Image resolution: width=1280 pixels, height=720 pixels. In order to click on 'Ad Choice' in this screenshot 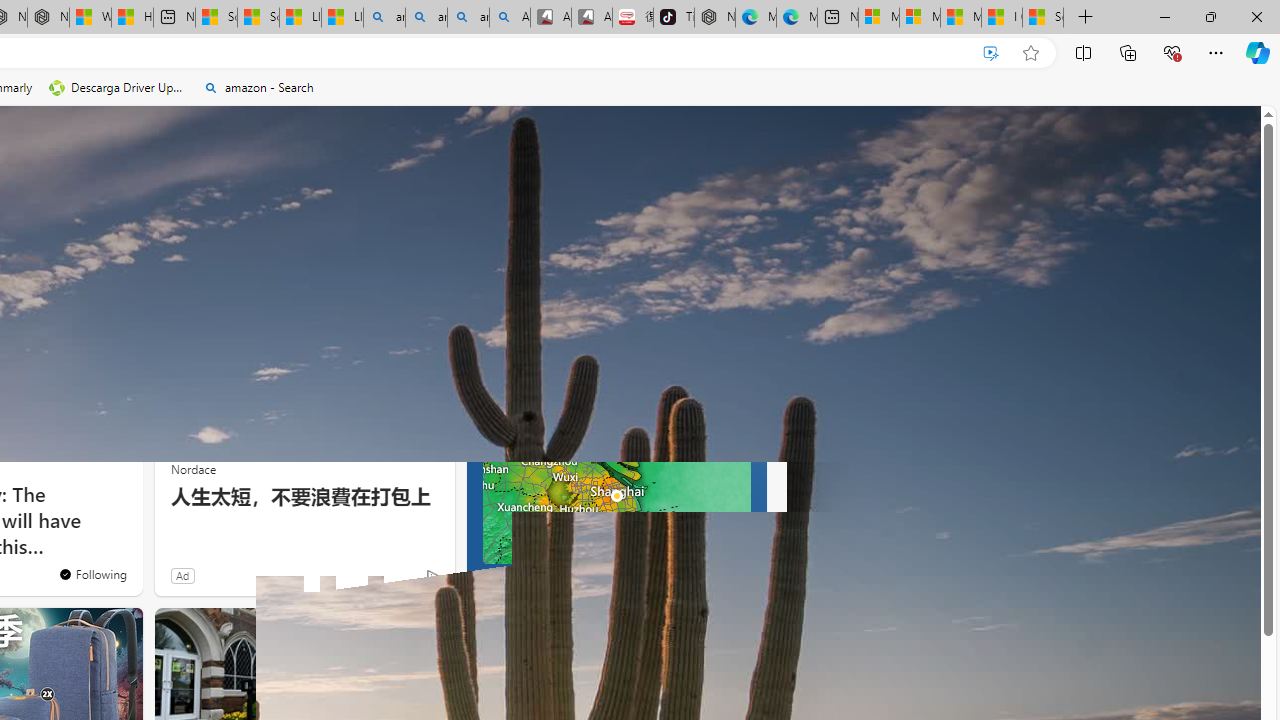, I will do `click(431, 575)`.